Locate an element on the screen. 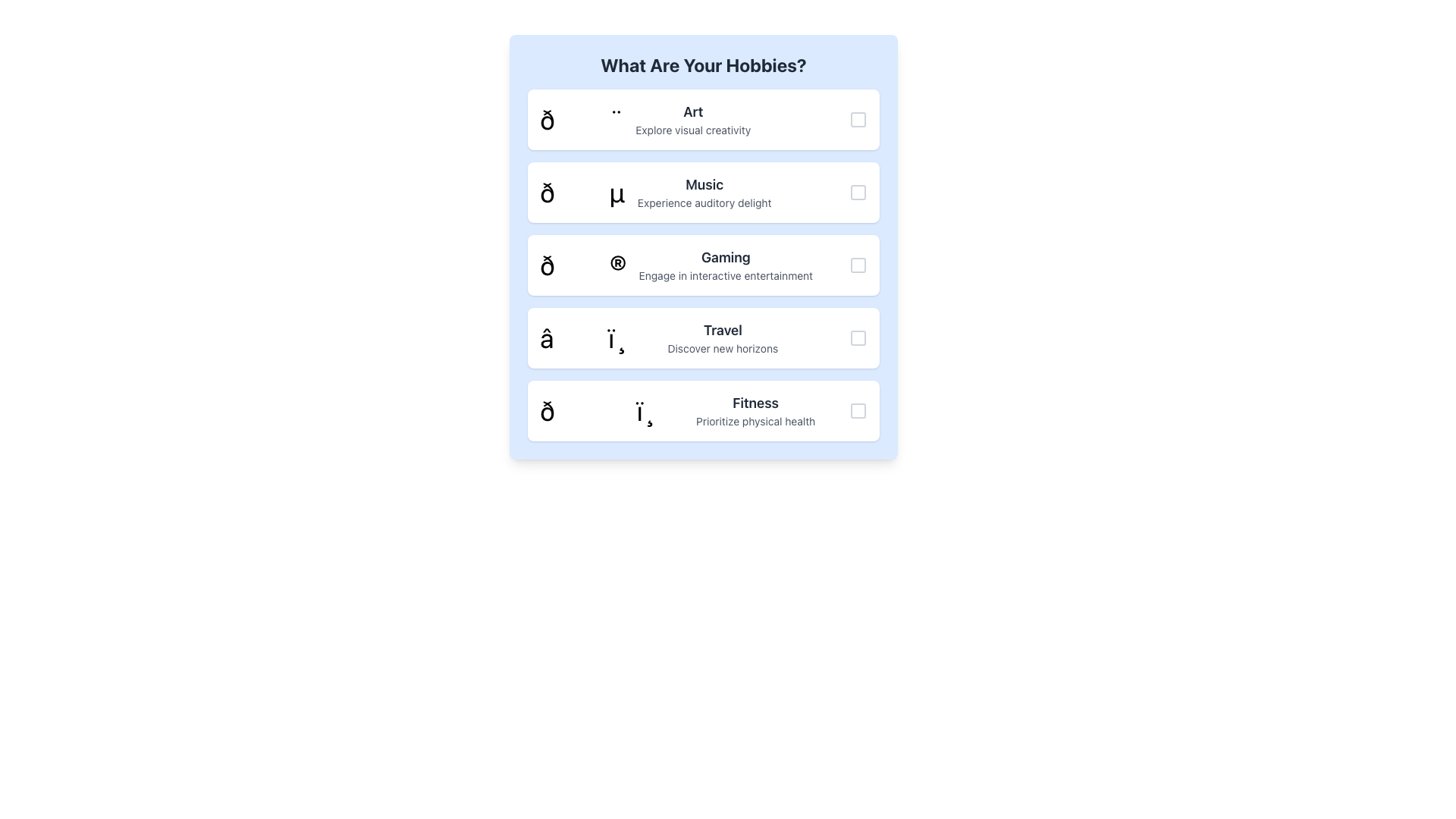  the 'Fitness' text block is located at coordinates (755, 411).